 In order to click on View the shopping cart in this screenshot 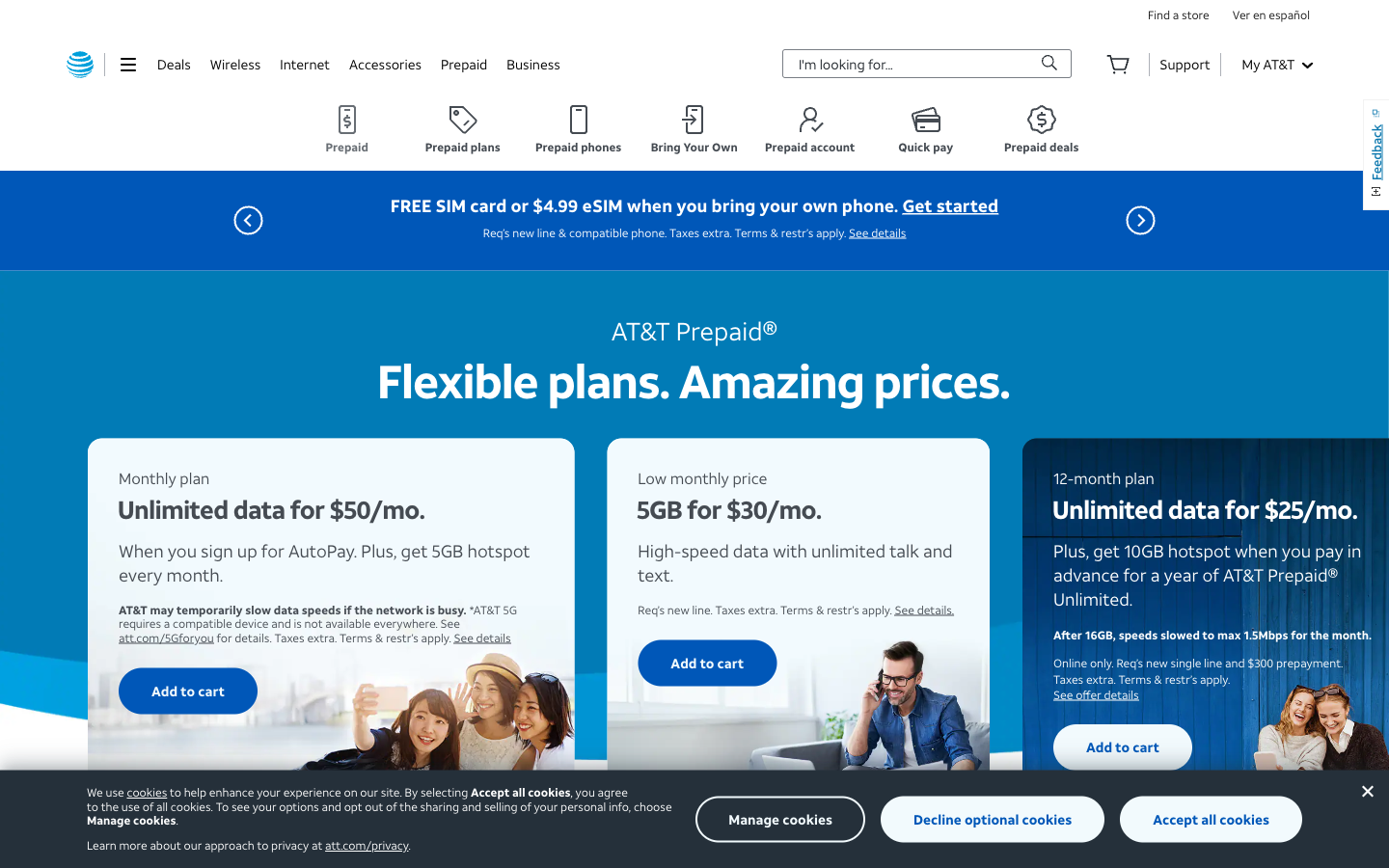, I will do `click(1118, 63)`.